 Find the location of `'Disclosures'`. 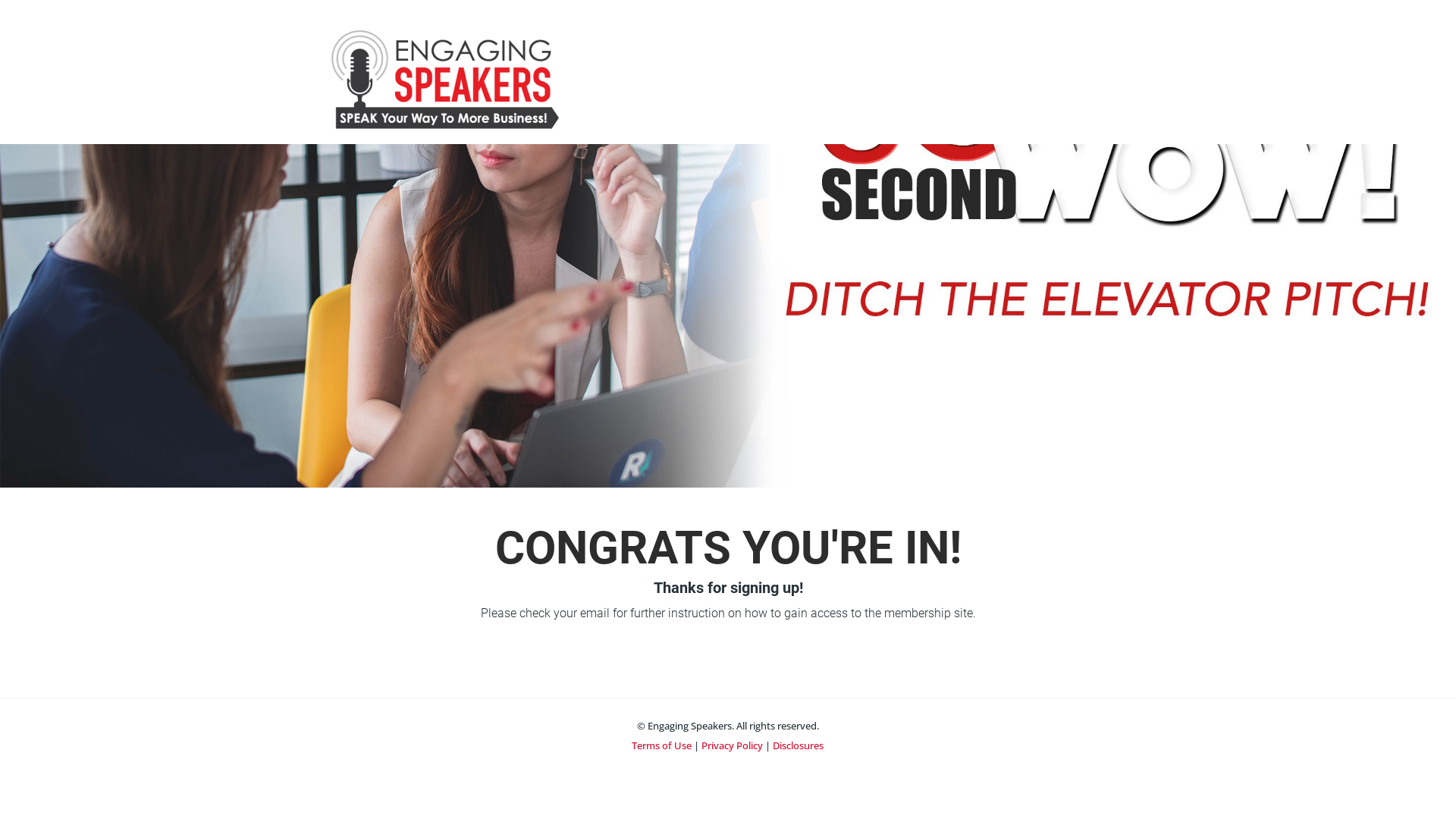

'Disclosures' is located at coordinates (797, 745).